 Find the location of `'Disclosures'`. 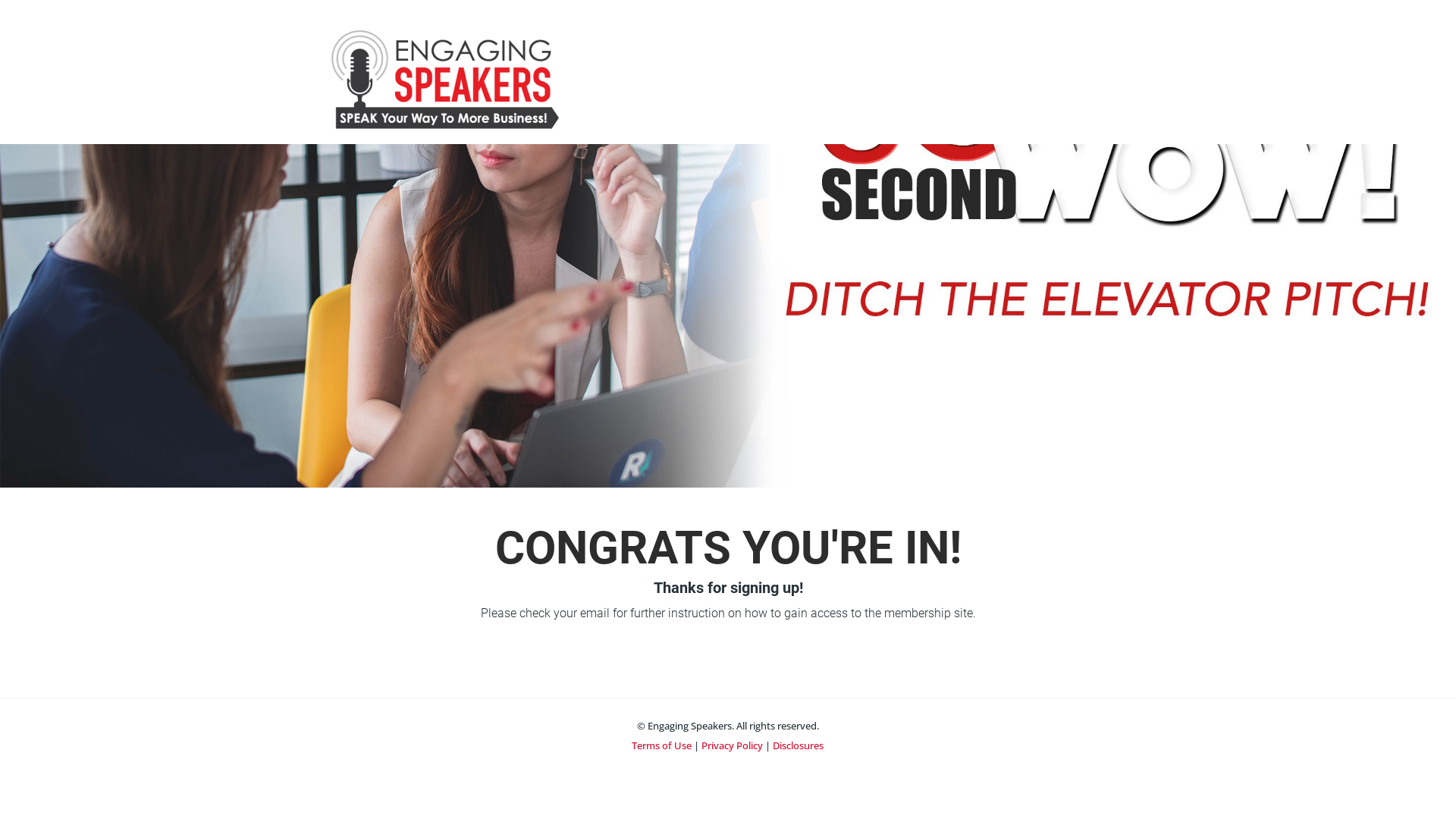

'Disclosures' is located at coordinates (797, 745).